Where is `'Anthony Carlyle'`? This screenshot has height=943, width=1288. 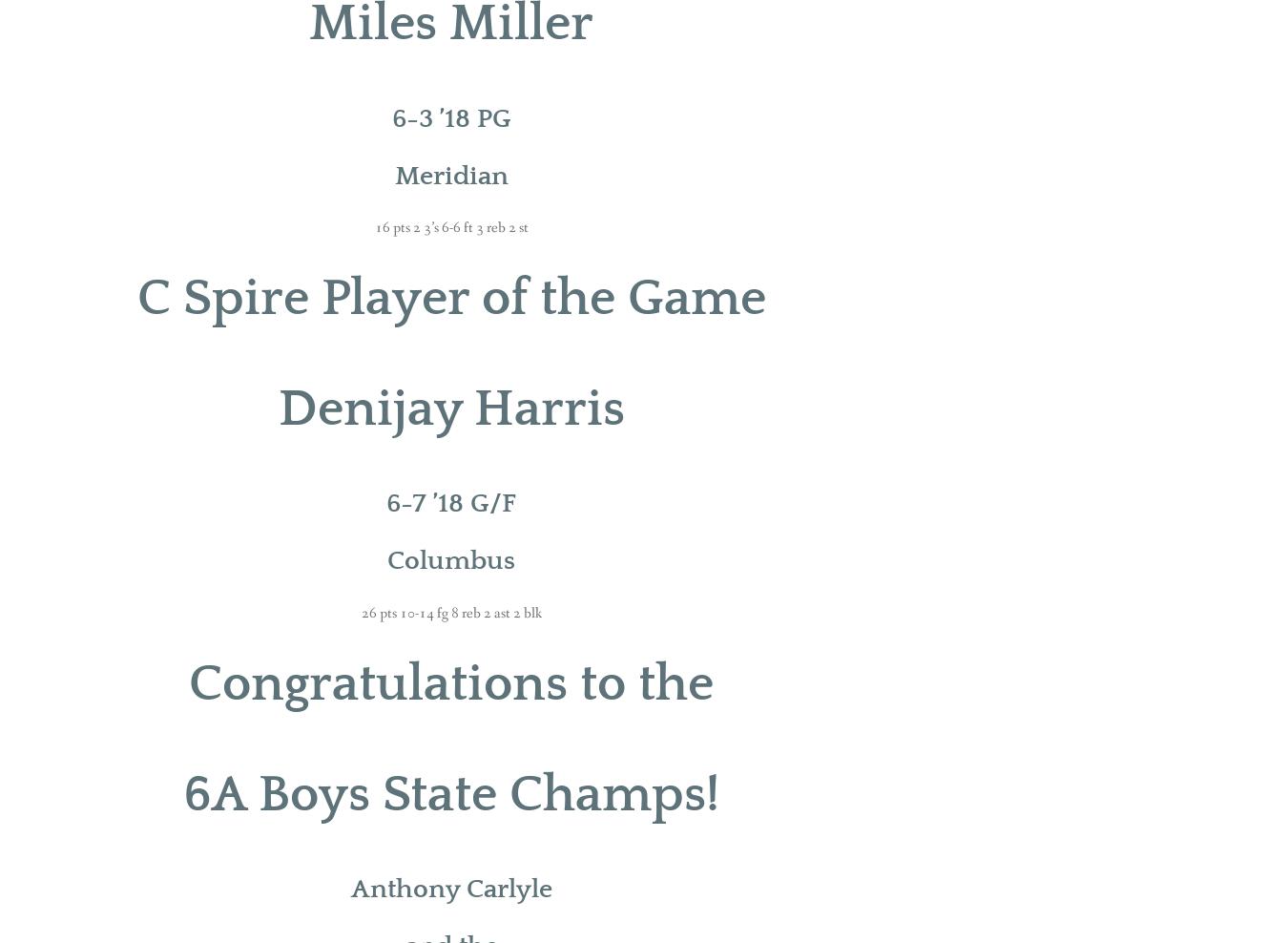 'Anthony Carlyle' is located at coordinates (449, 889).